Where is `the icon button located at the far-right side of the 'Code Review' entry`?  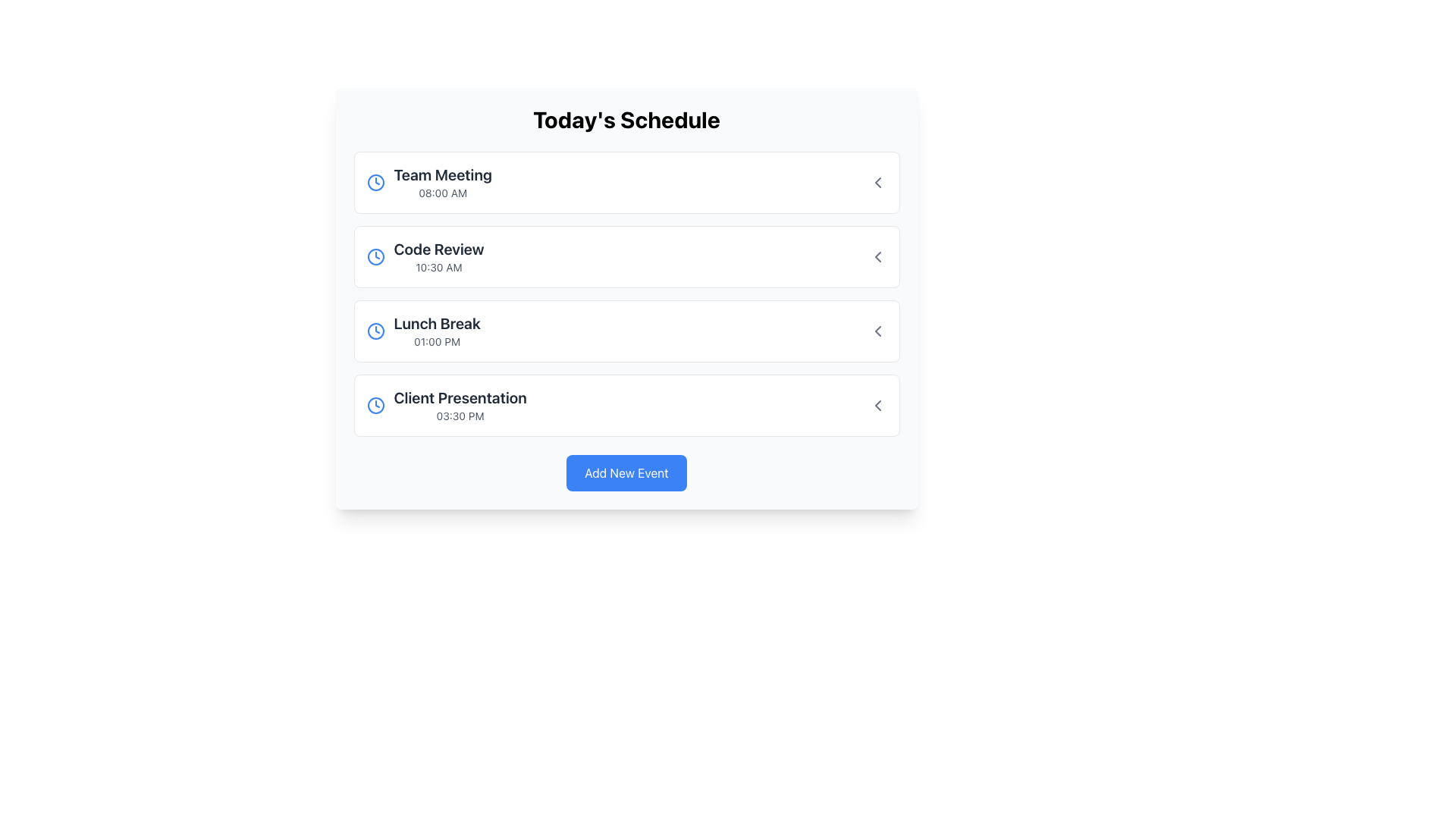 the icon button located at the far-right side of the 'Code Review' entry is located at coordinates (877, 256).